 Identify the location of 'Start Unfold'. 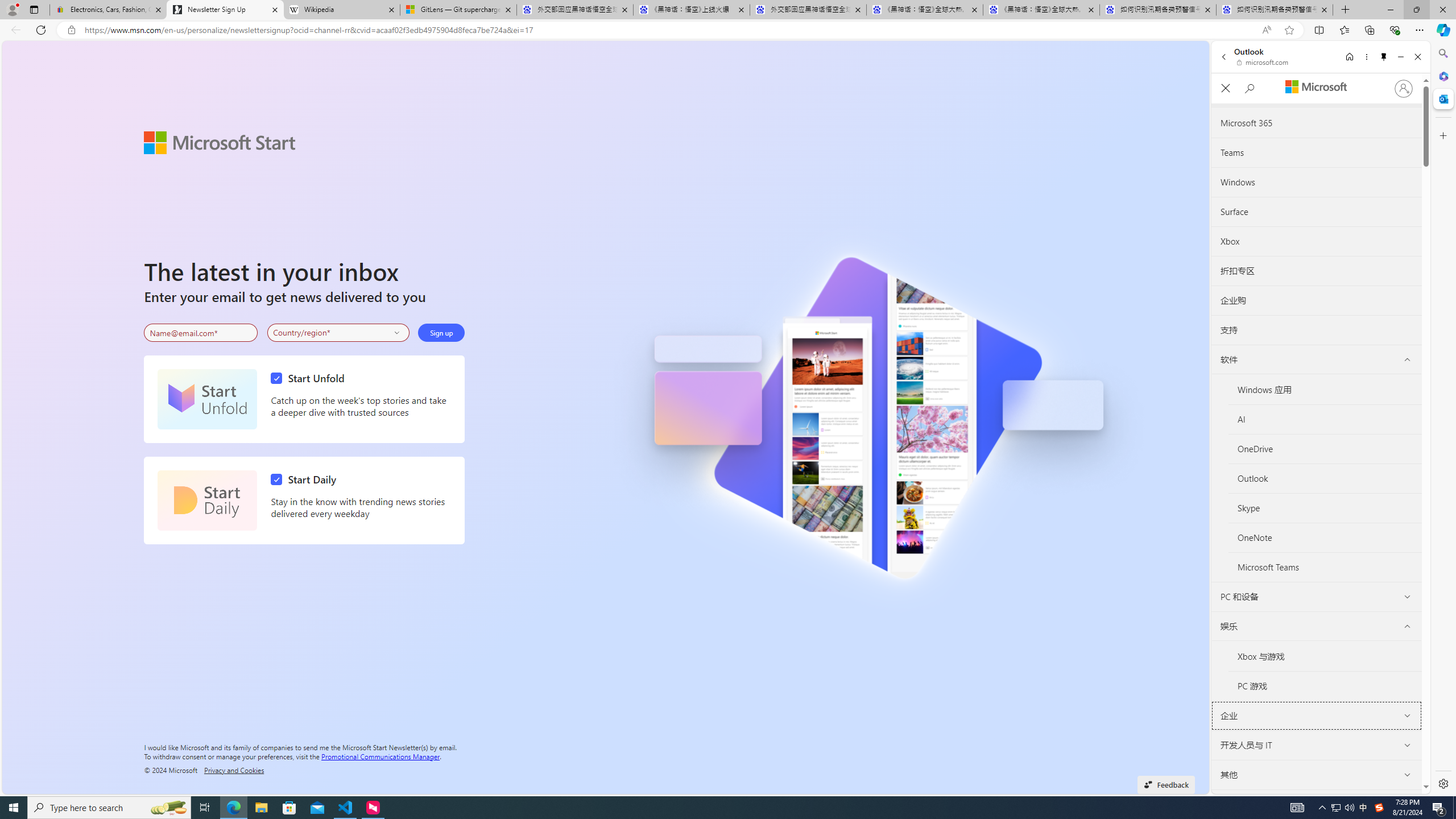
(206, 399).